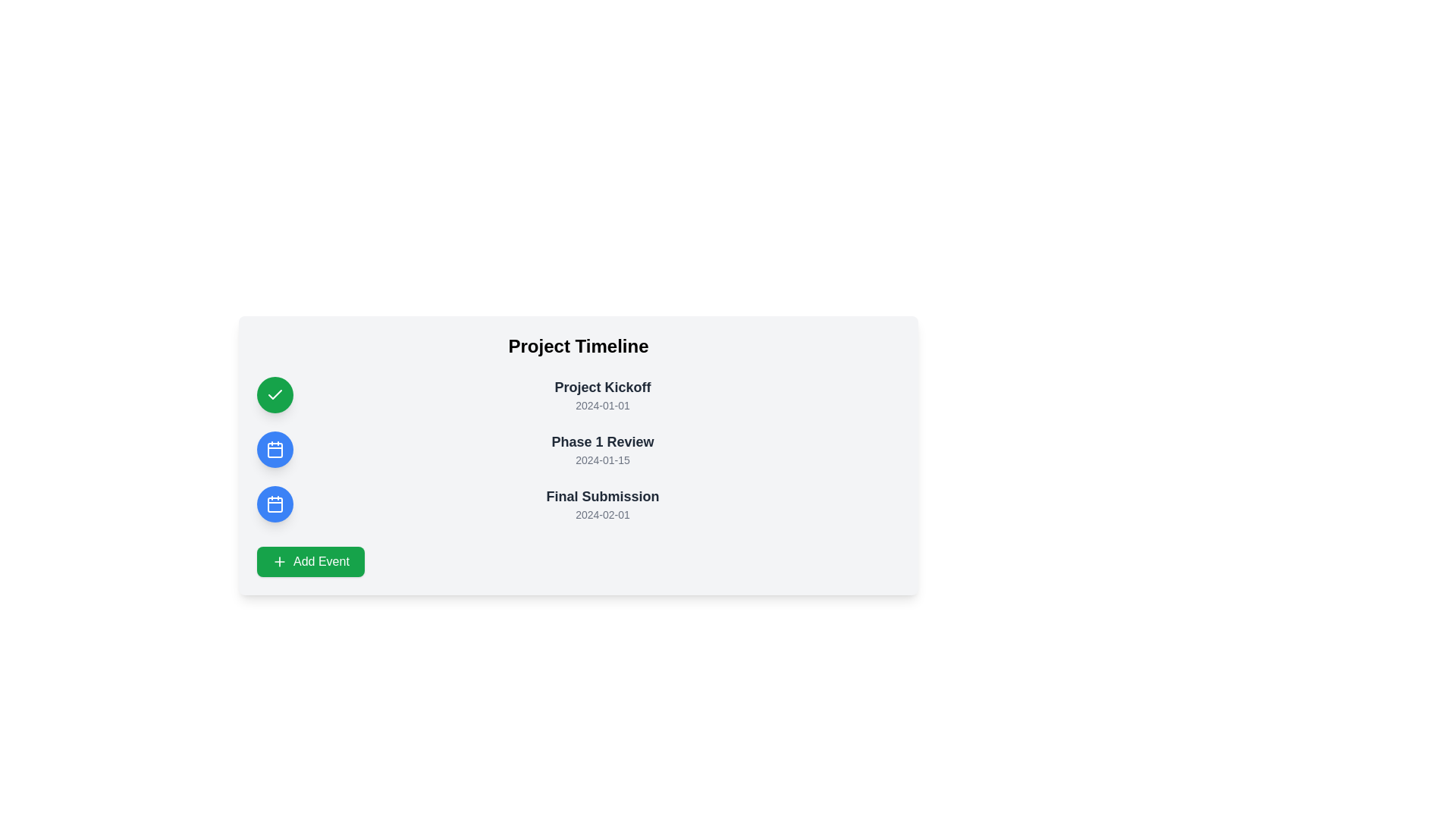  Describe the element at coordinates (602, 405) in the screenshot. I see `the text label displaying the date '2024-01-01', which is styled in gray and positioned below 'Project Kickoff' within the timeline box` at that location.